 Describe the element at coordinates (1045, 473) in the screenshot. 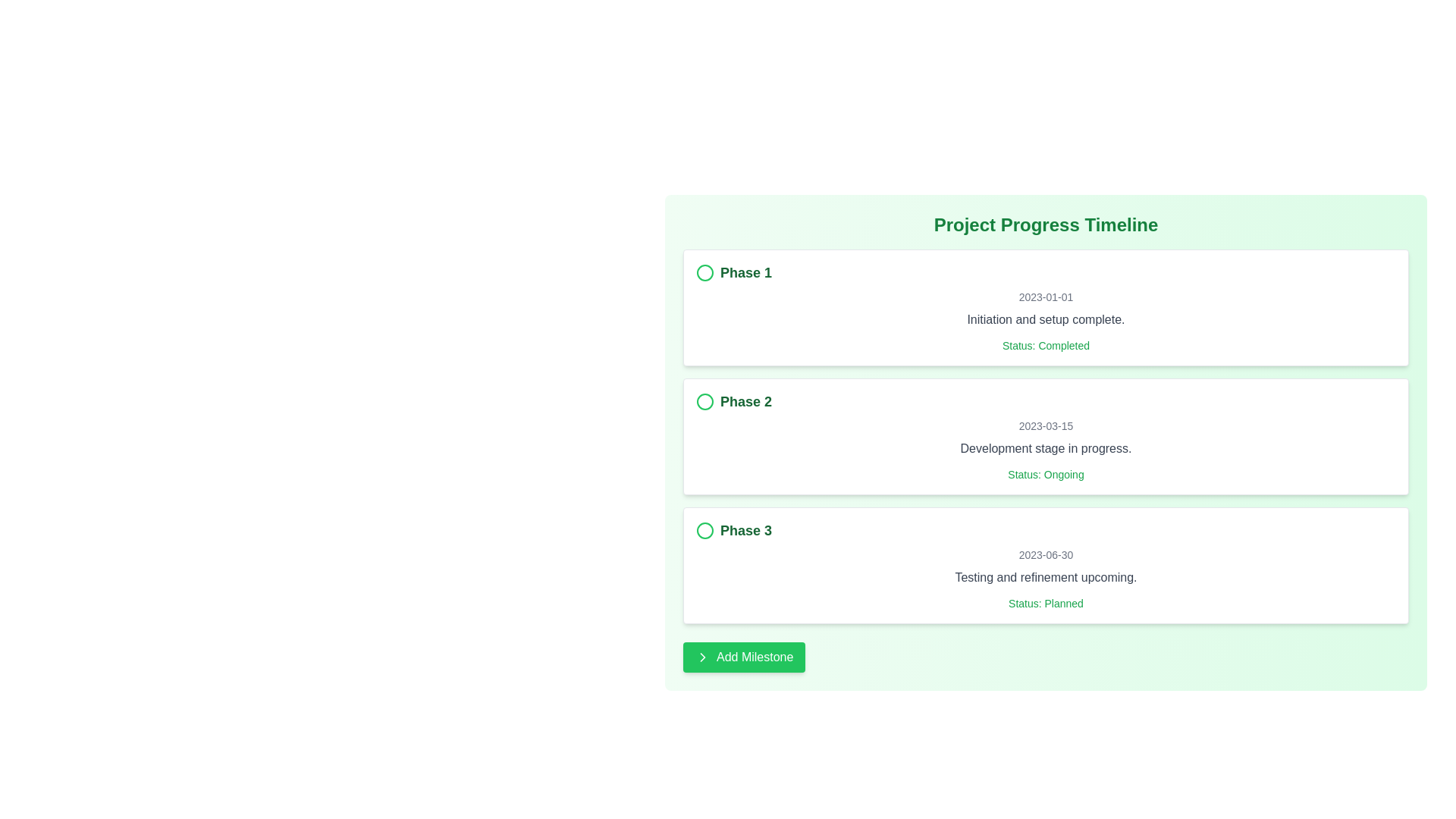

I see `text content of the Text label element that displays 'Status: Ongoing', which is located in the lower portion of the 'Phase 2' section of the project timeline` at that location.